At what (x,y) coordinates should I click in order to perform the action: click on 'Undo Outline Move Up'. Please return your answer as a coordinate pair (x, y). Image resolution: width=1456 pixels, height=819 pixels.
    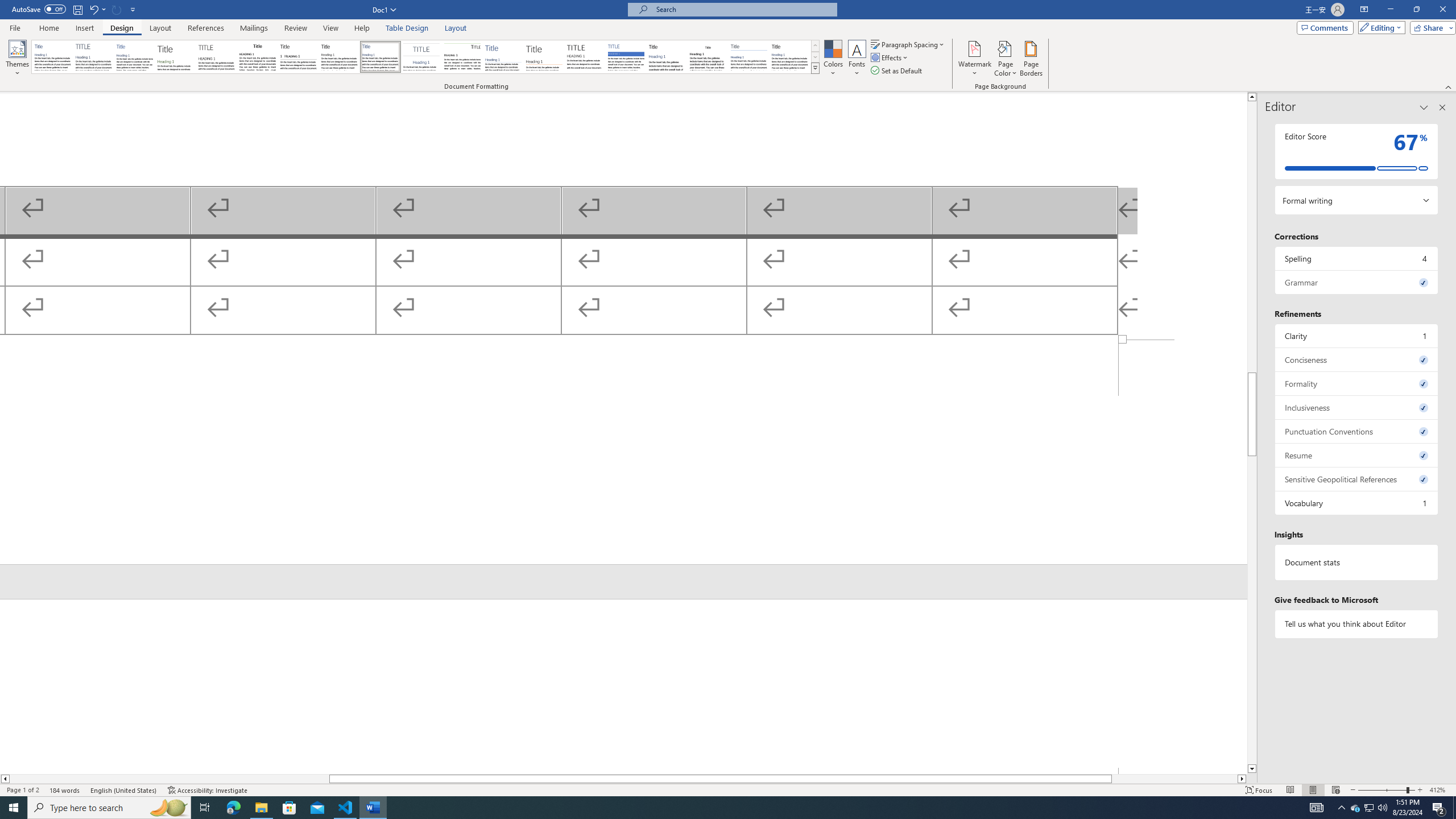
    Looking at the image, I should click on (97, 9).